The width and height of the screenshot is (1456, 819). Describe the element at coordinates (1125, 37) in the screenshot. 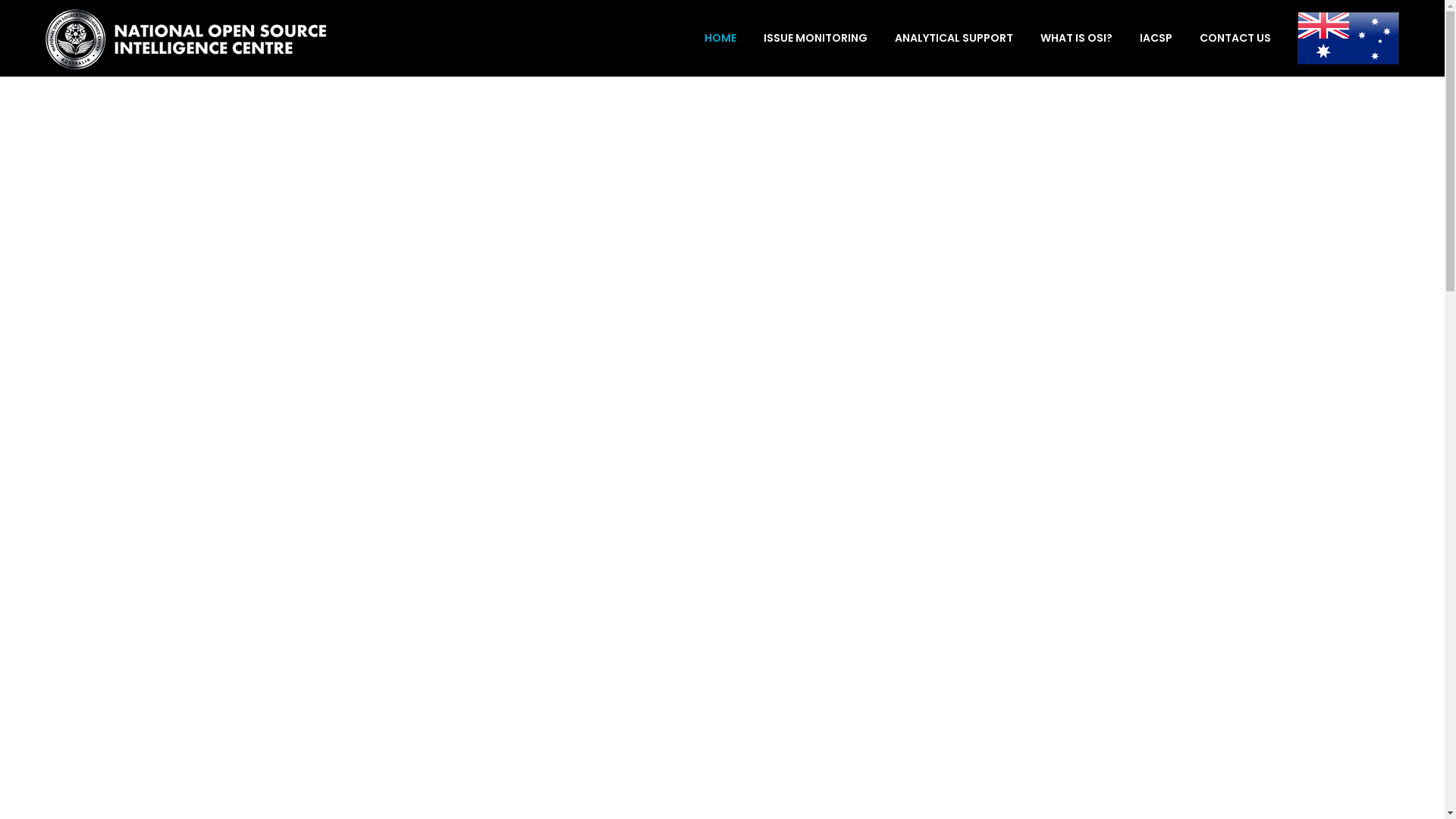

I see `'IACSP'` at that location.